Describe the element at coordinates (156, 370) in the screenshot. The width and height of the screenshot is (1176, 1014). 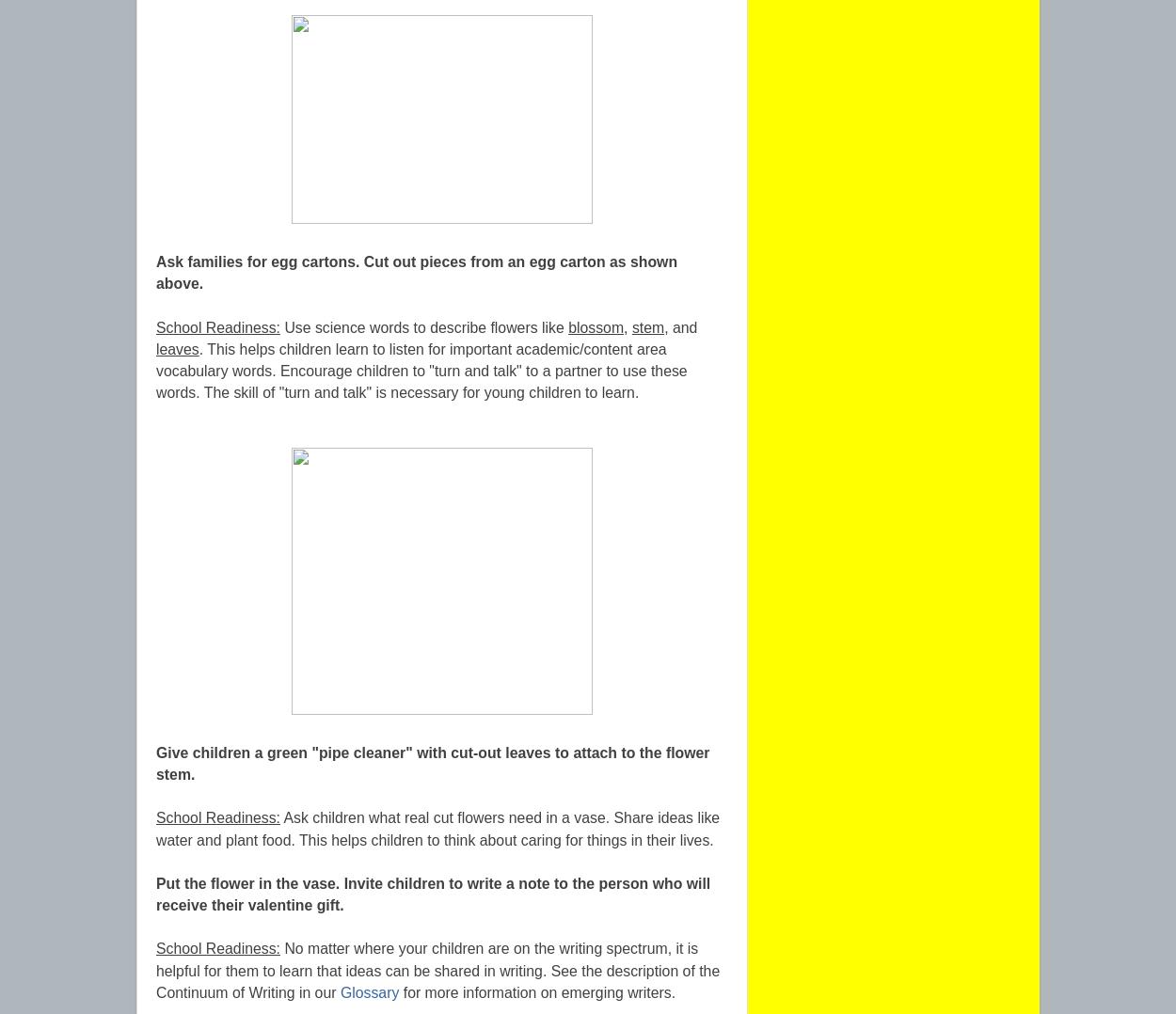
I see `'. This helps children learn to listen for important academic/content area vocabulary words. Encourage children to "turn and talk" to a partner to use these words. The skill of "turn and talk" is necessary for young children to learn.'` at that location.